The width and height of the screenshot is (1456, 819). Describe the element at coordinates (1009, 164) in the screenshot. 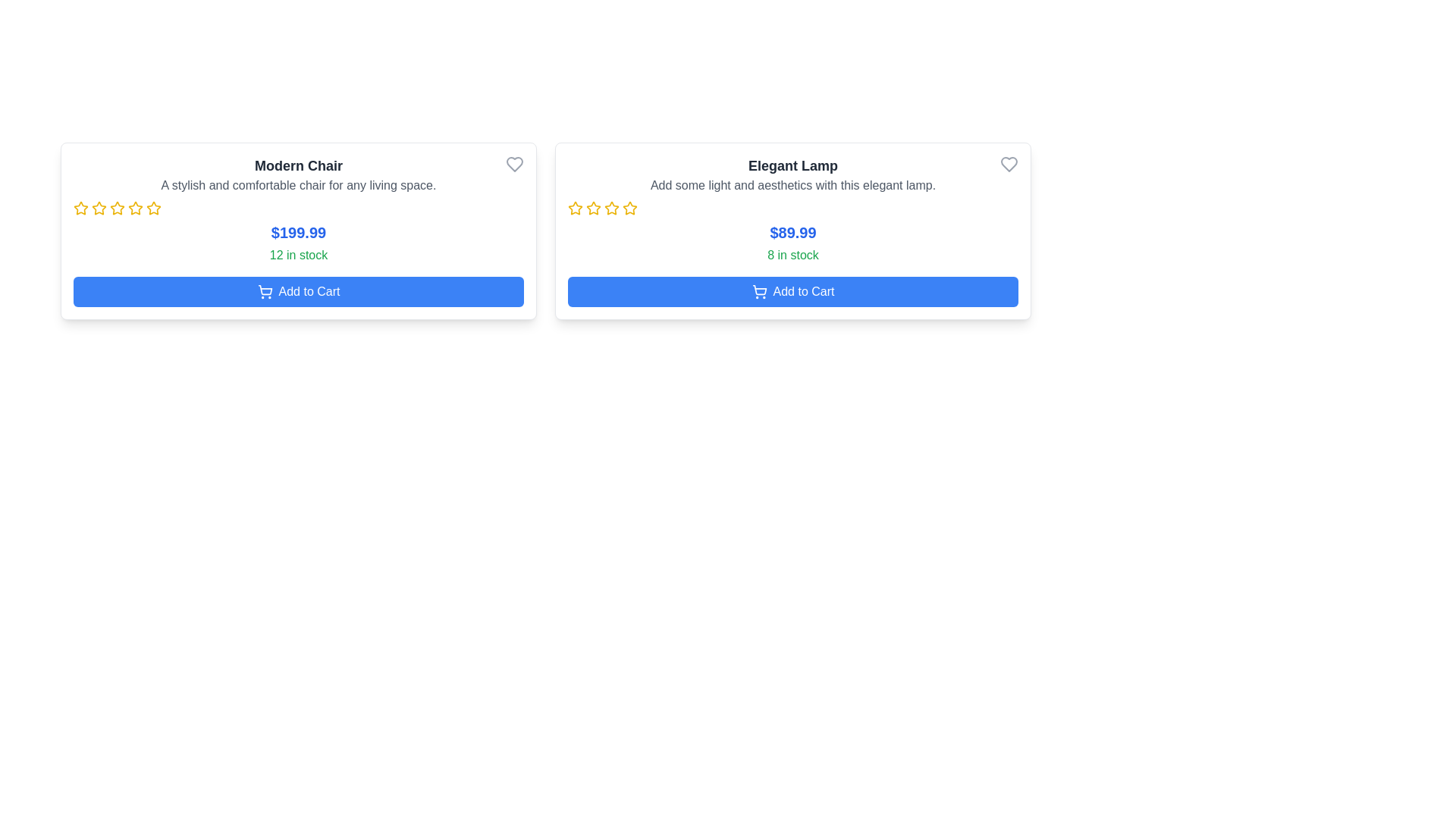

I see `the heart-shaped icon in the top-right corner of the 'Elegant Lamp' card` at that location.